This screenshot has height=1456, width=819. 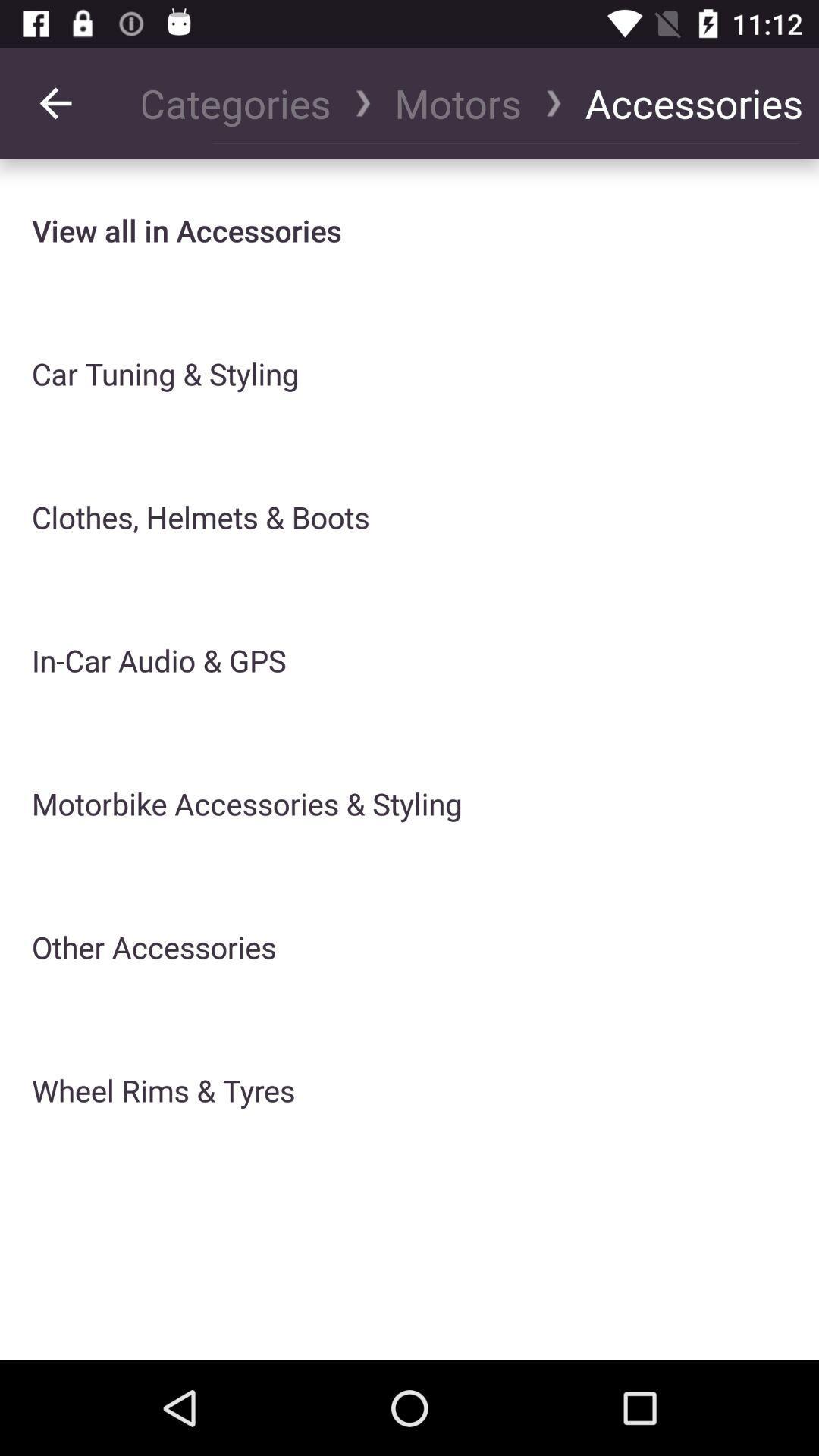 What do you see at coordinates (55, 102) in the screenshot?
I see `icon next to all categories` at bounding box center [55, 102].